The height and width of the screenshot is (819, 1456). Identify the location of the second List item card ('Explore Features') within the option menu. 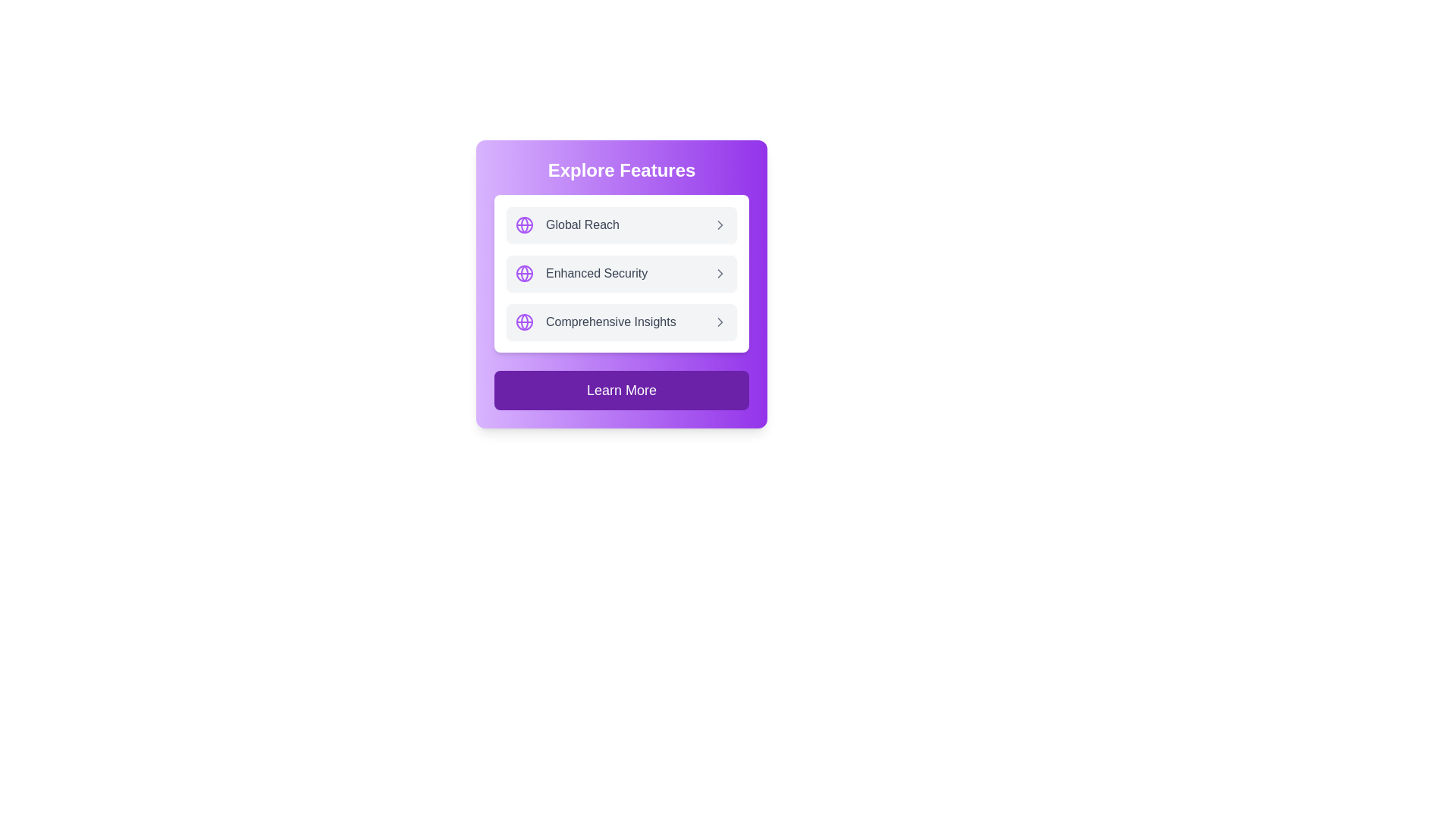
(622, 284).